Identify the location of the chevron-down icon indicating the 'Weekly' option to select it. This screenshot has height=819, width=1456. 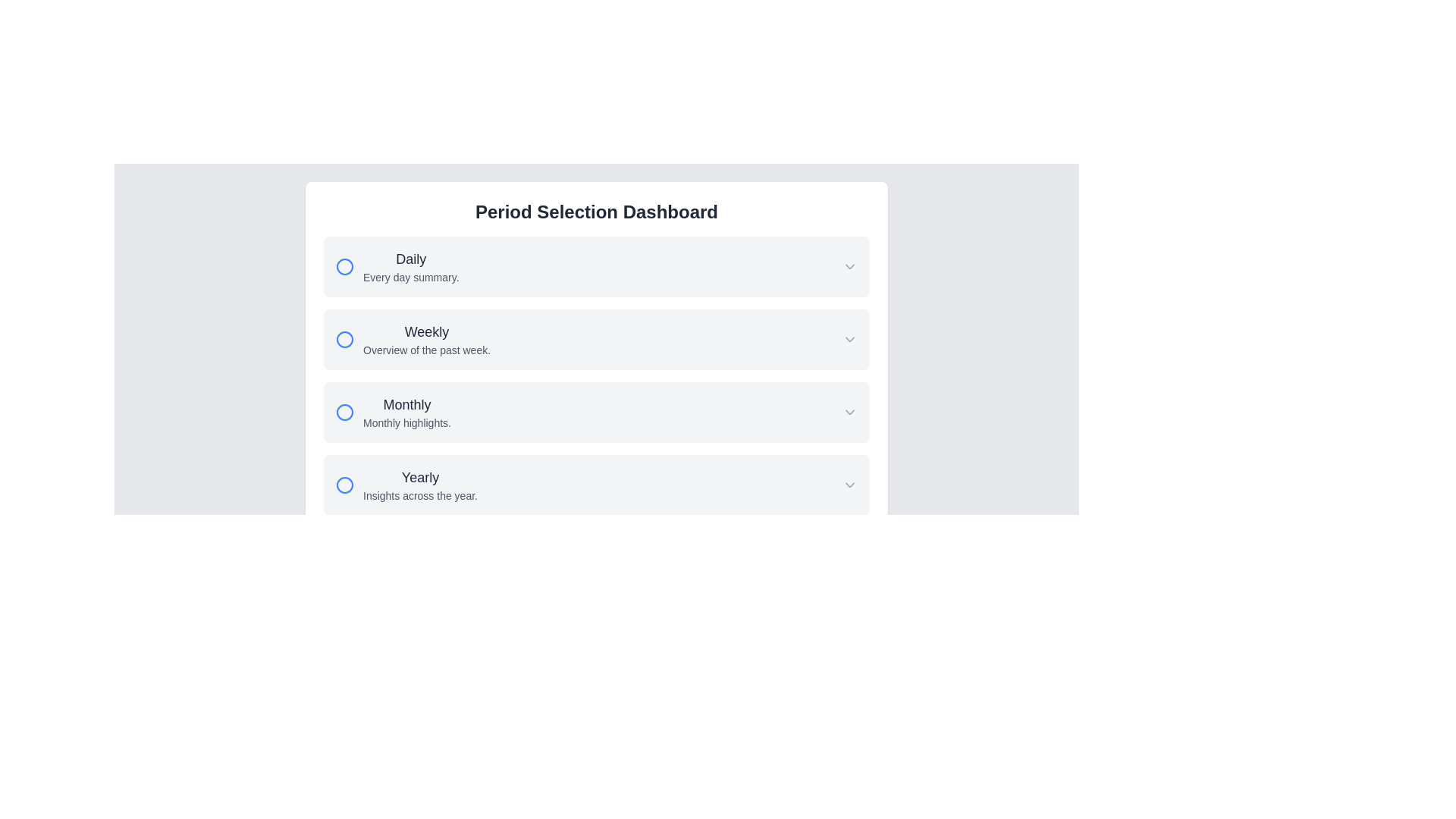
(850, 338).